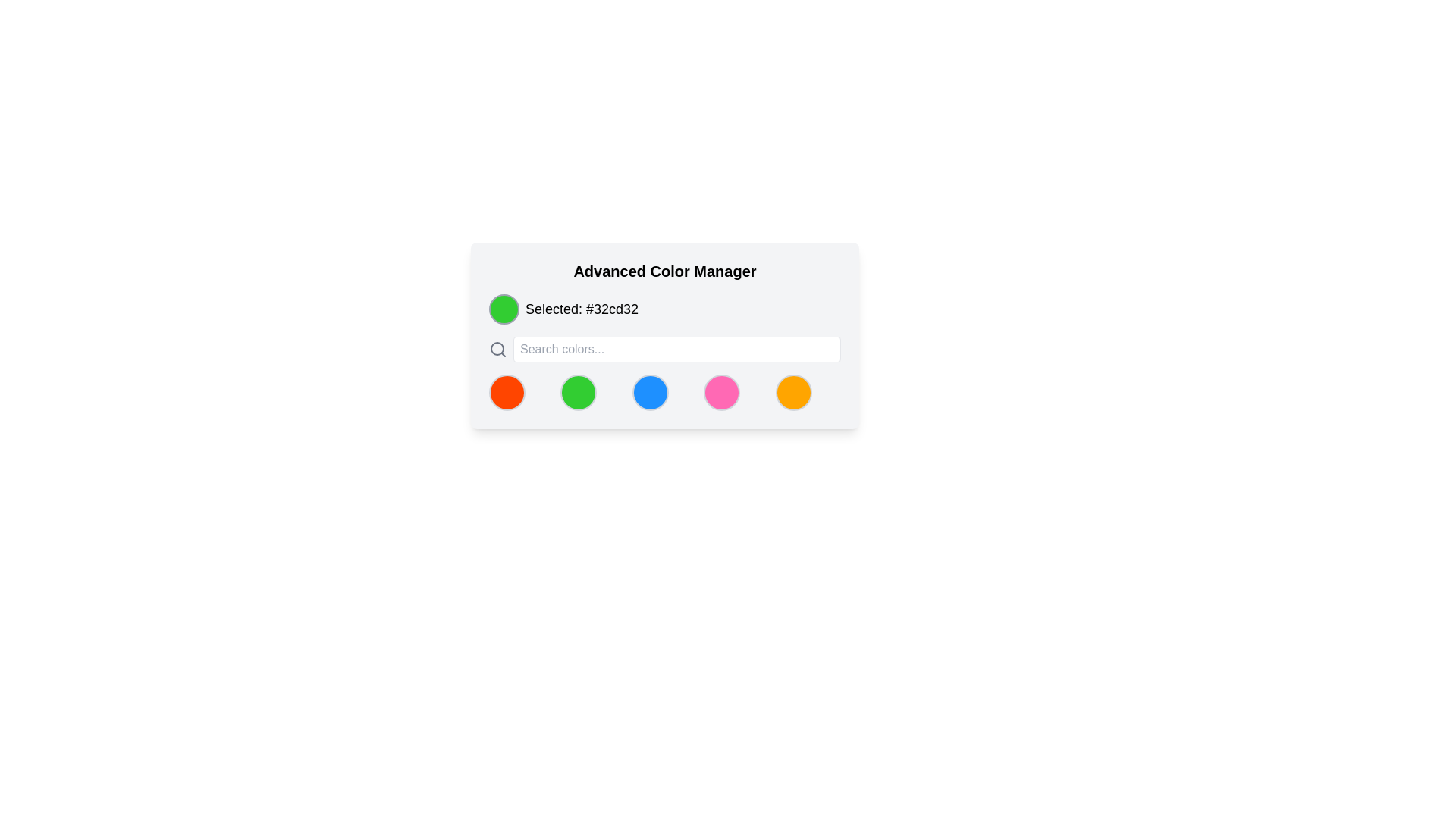 Image resolution: width=1456 pixels, height=819 pixels. Describe the element at coordinates (721, 391) in the screenshot. I see `the fourth circular color selection button for pink color located below the search bar` at that location.